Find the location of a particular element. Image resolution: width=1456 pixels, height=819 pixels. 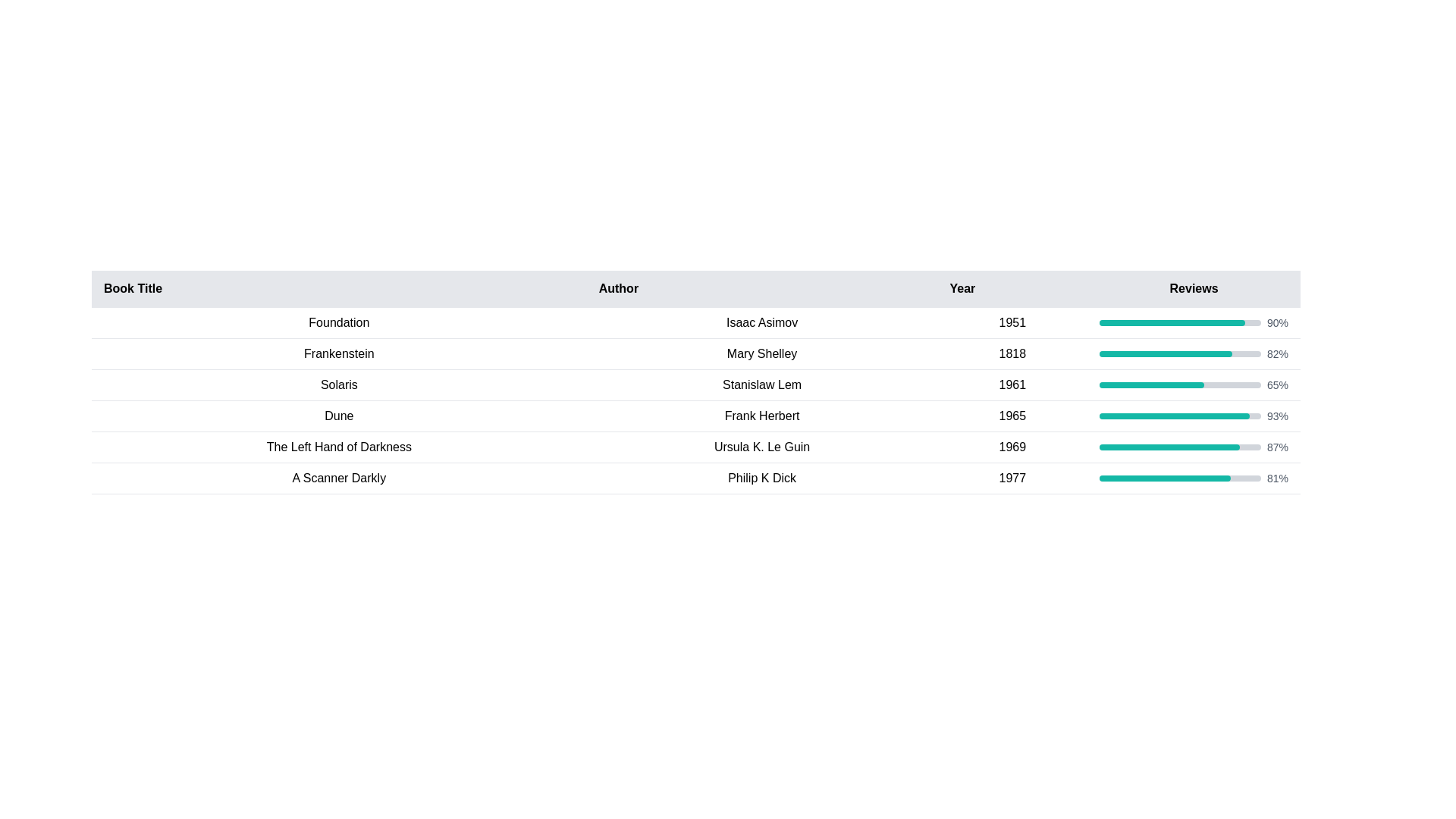

the progress bar indicating a 93% review score for the book titled 'Dune', located in the fourth row under the 'Reviews' column is located at coordinates (1174, 416).